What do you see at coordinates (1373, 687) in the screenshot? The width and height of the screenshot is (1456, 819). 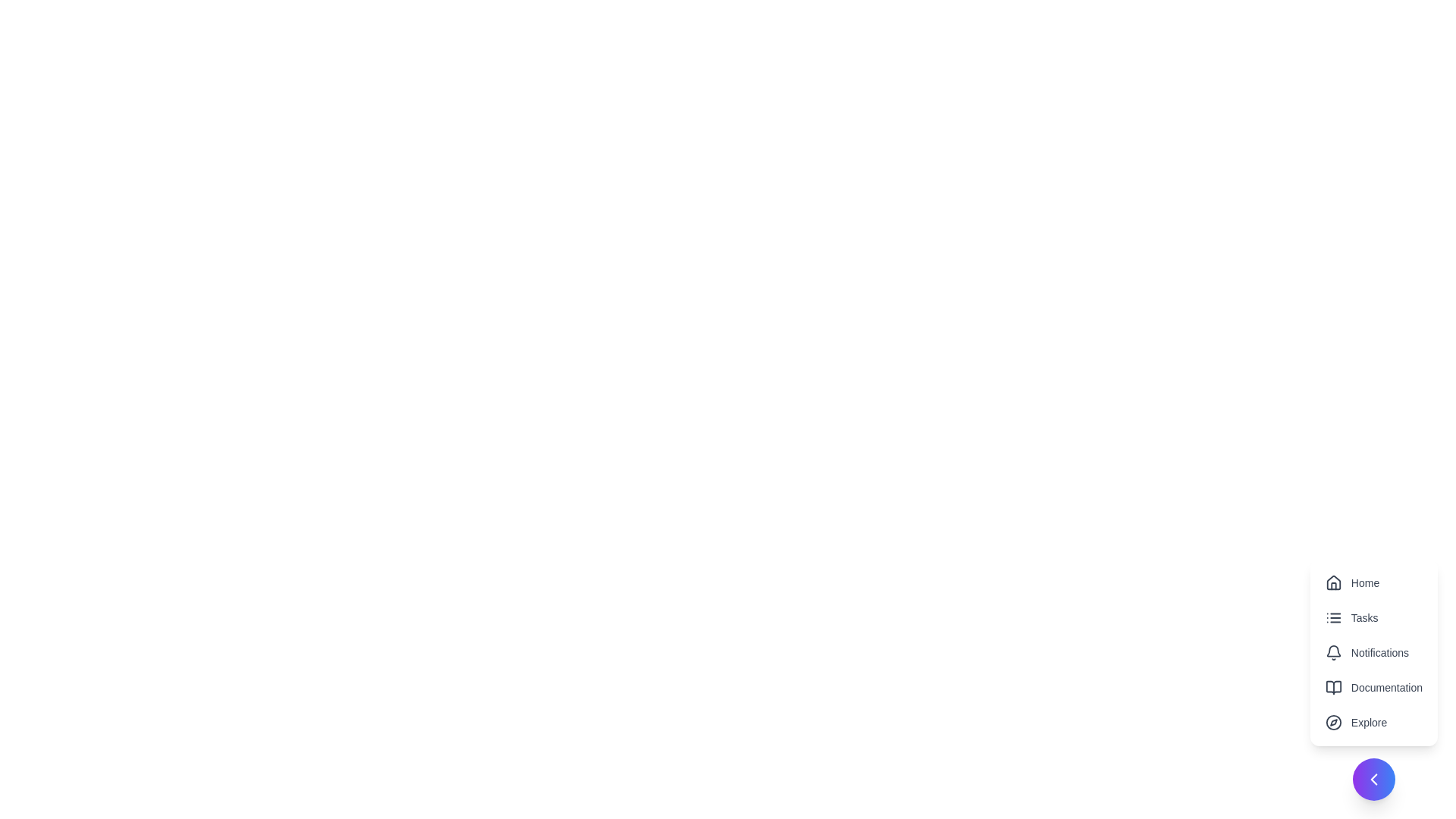 I see `the menu item labeled Documentation to observe its hover effect` at bounding box center [1373, 687].